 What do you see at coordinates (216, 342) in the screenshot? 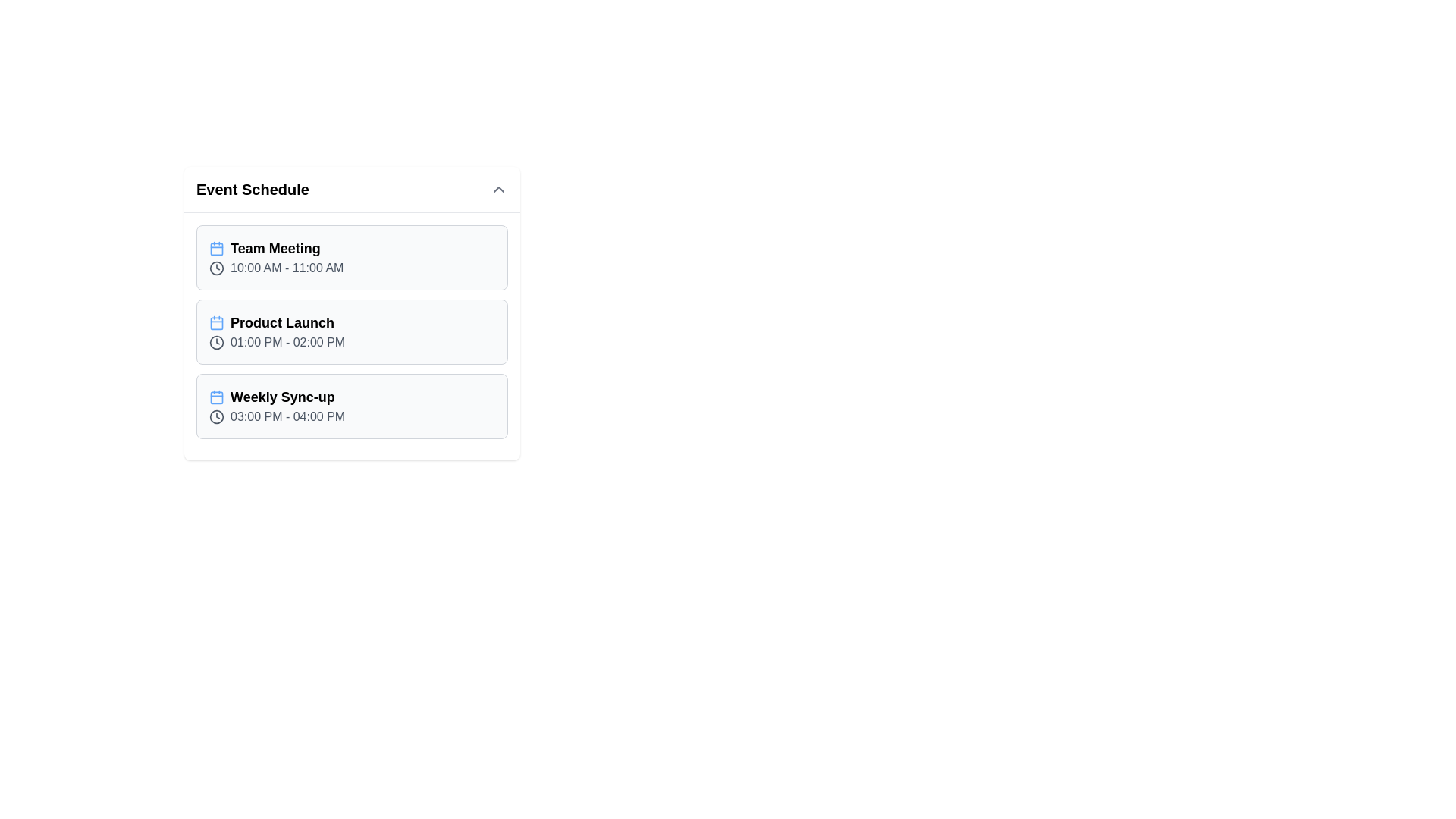
I see `the clock icon with a circular outline and clock hands, located in the second event block under 'Product Launch', positioned to the left of the time range text '01:00 PM - 02:00 PM'` at bounding box center [216, 342].